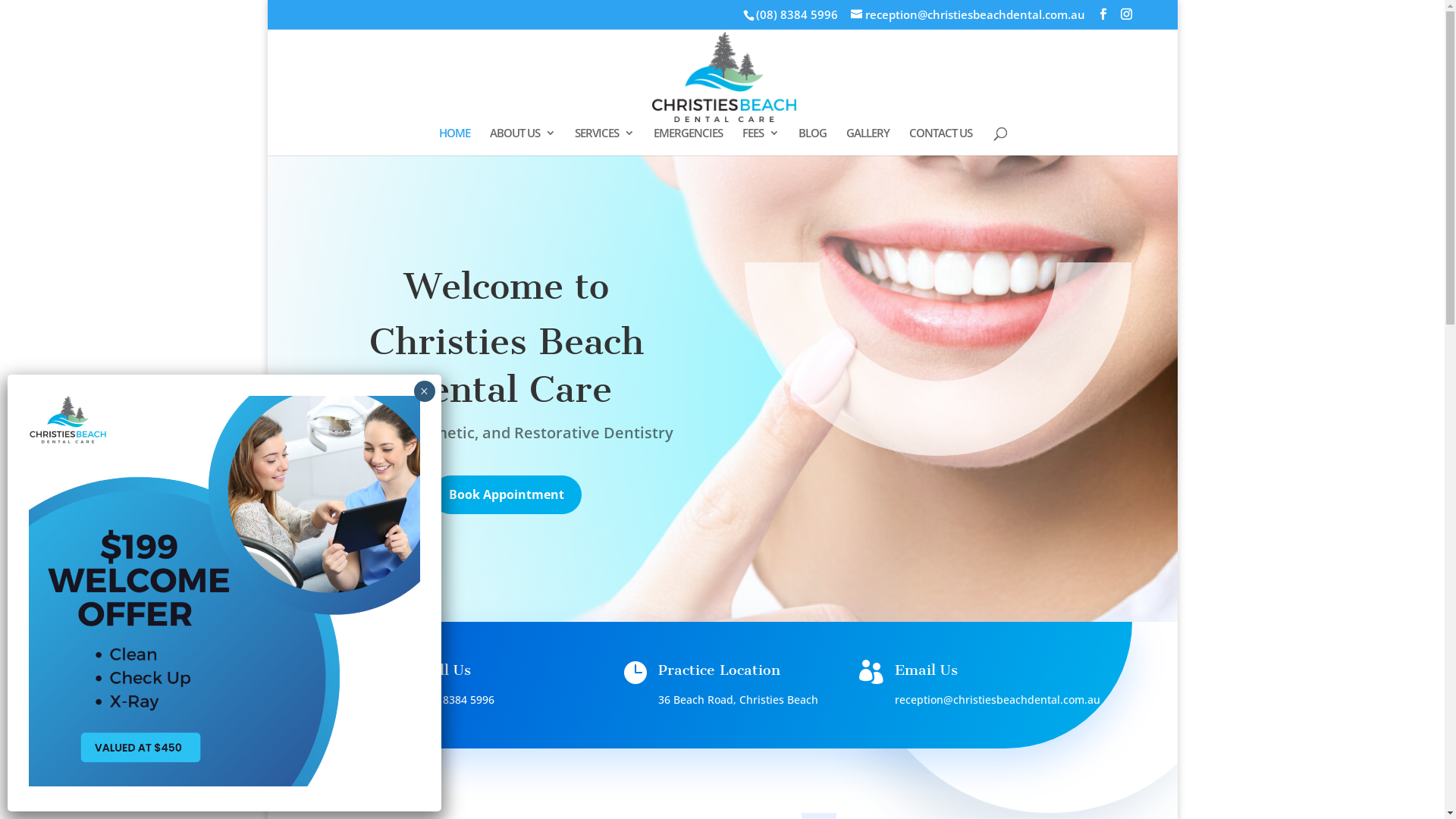  I want to click on 'GALLERY', so click(846, 141).